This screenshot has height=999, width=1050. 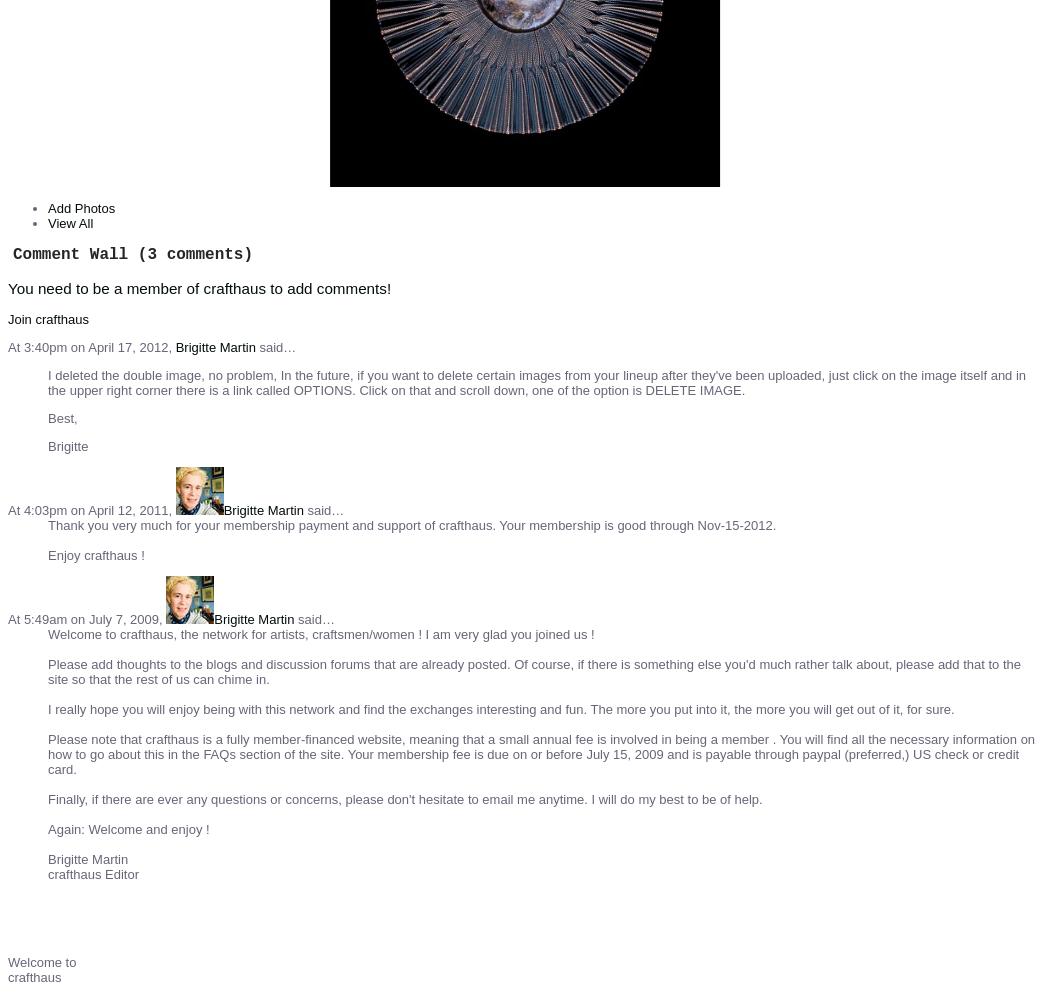 I want to click on 'Best,', so click(x=61, y=416).